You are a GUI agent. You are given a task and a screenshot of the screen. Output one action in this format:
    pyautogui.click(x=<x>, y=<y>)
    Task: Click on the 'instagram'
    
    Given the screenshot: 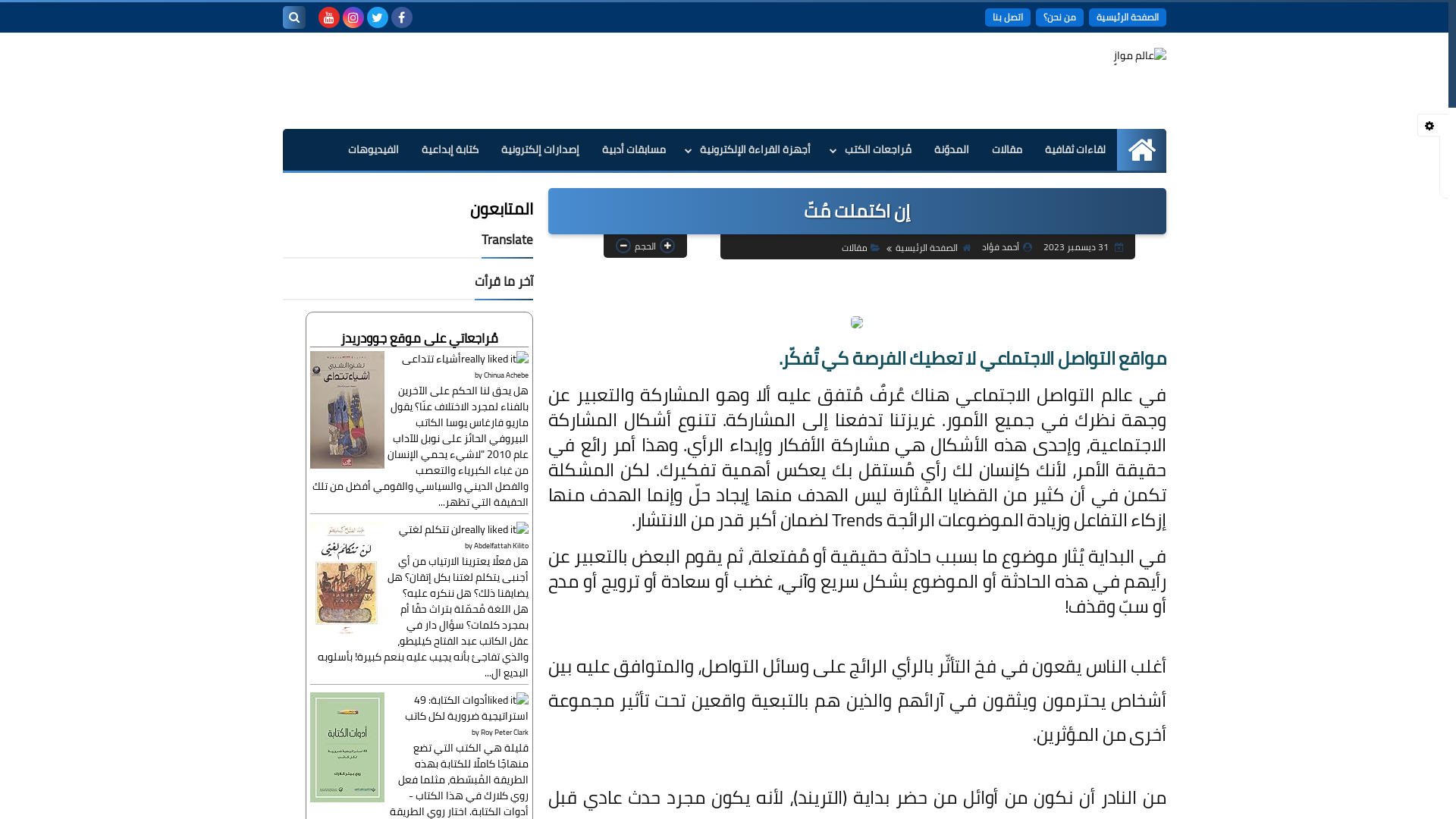 What is the action you would take?
    pyautogui.click(x=352, y=17)
    